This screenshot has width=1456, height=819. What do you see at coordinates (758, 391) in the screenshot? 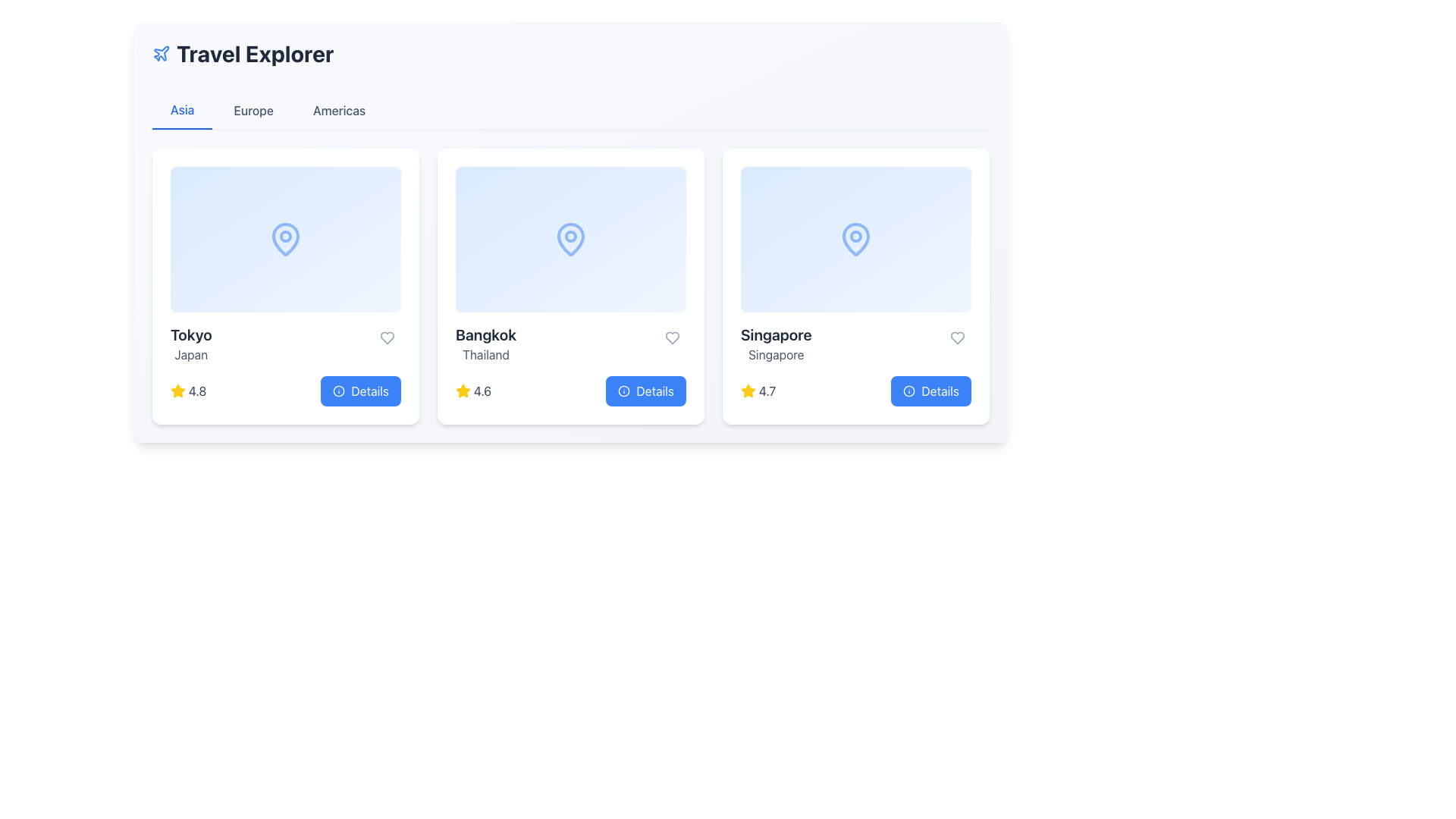
I see `rating score displayed on the rating indicator located at the bottom-left corner of the card labeled 'Singapore, Singapore' in the 'Travel Explorer' interface` at bounding box center [758, 391].